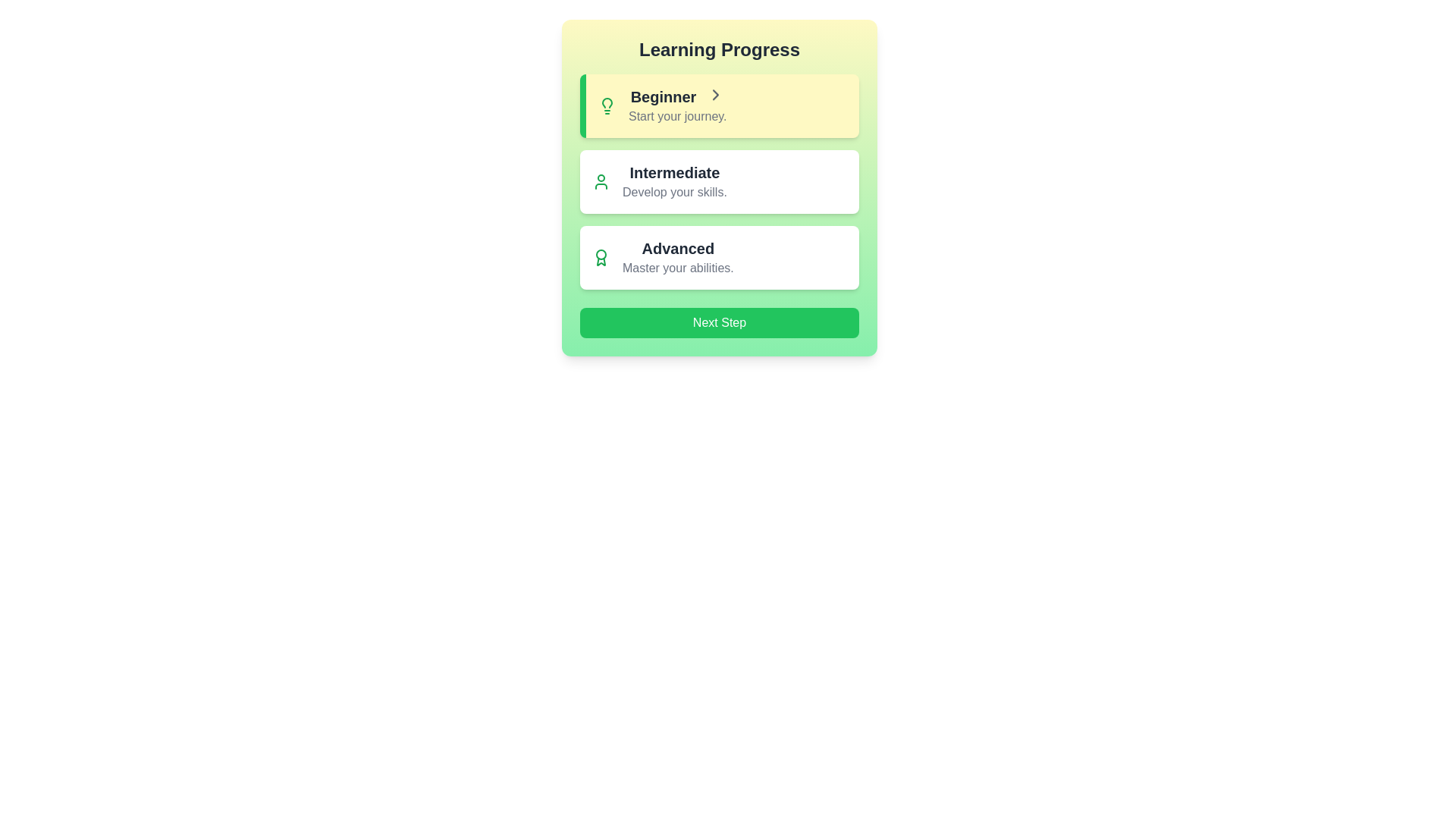  I want to click on the motivational text encouraging users, so click(676, 116).